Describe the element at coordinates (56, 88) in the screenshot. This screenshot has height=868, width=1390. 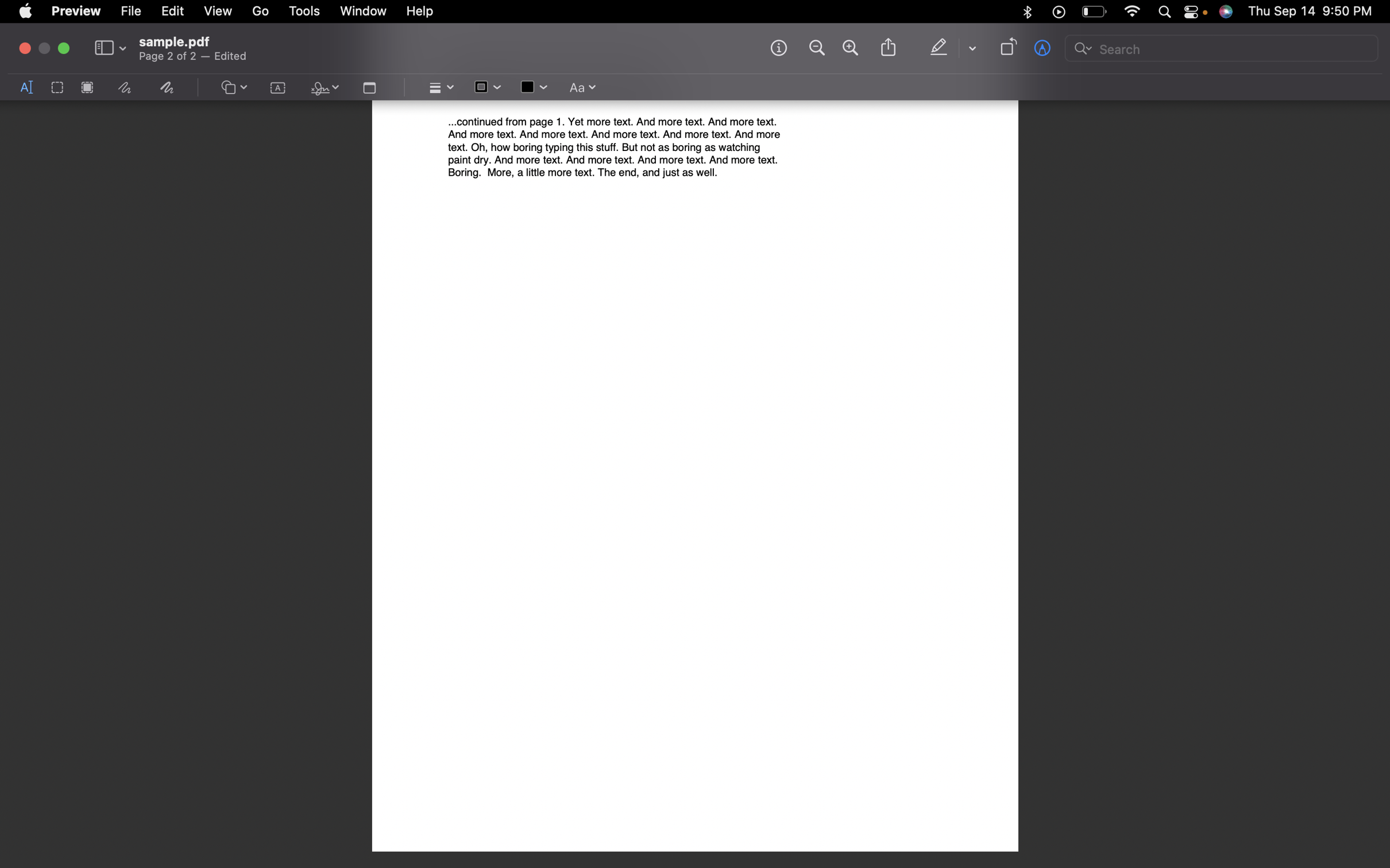
I see `the rectangular selection tool` at that location.